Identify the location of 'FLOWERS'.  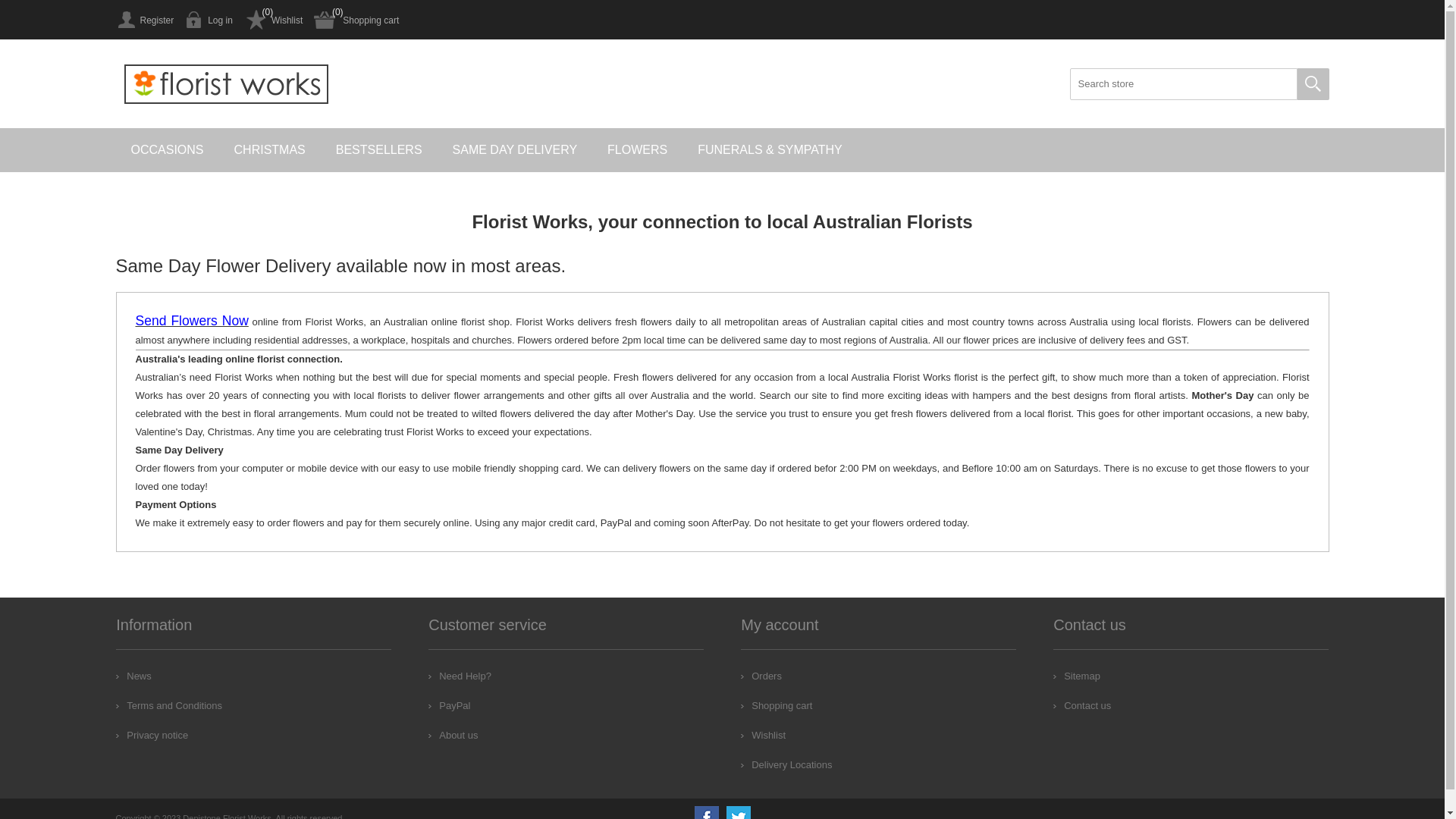
(637, 149).